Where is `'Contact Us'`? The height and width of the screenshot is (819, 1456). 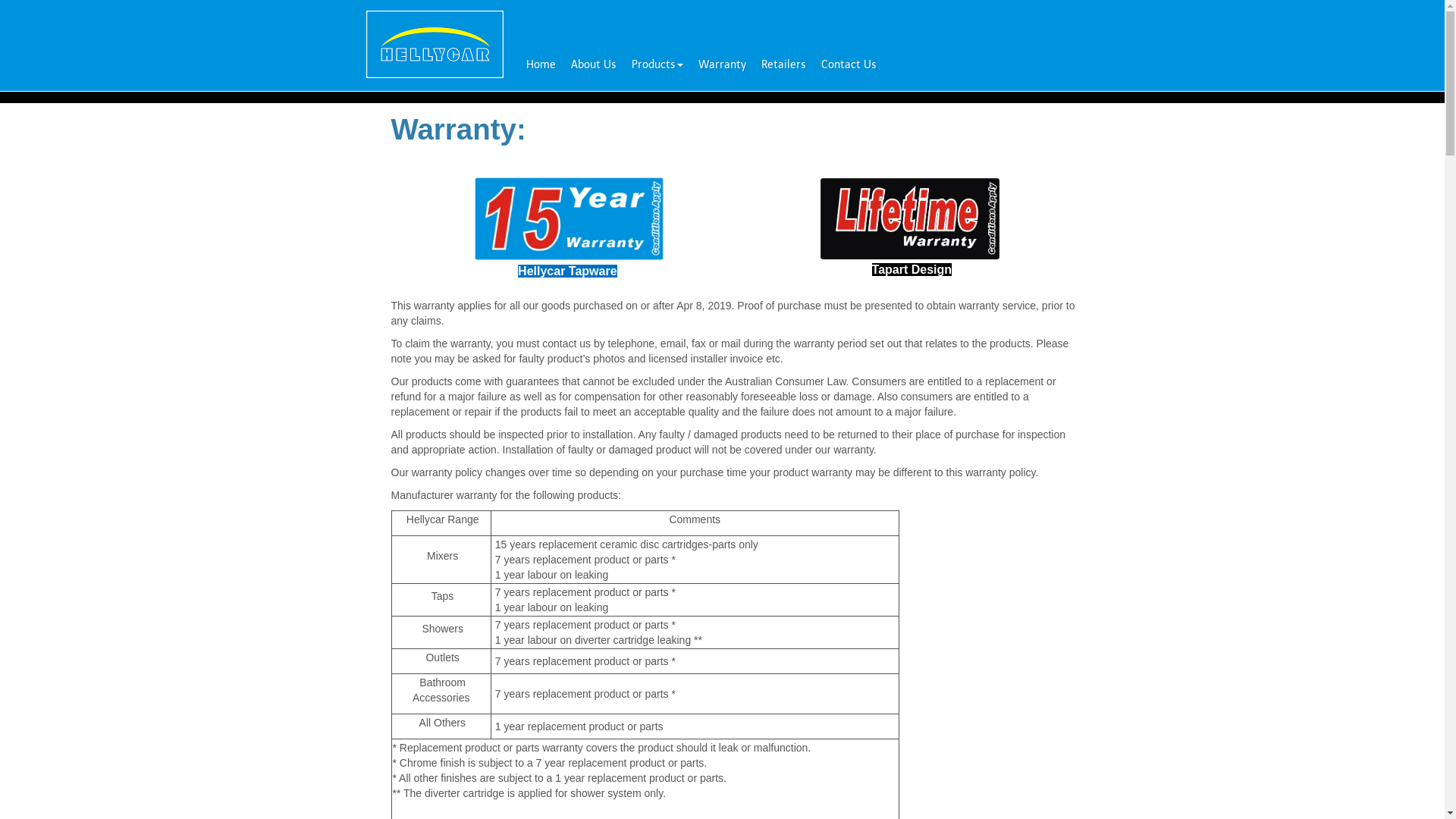
'Contact Us' is located at coordinates (811, 63).